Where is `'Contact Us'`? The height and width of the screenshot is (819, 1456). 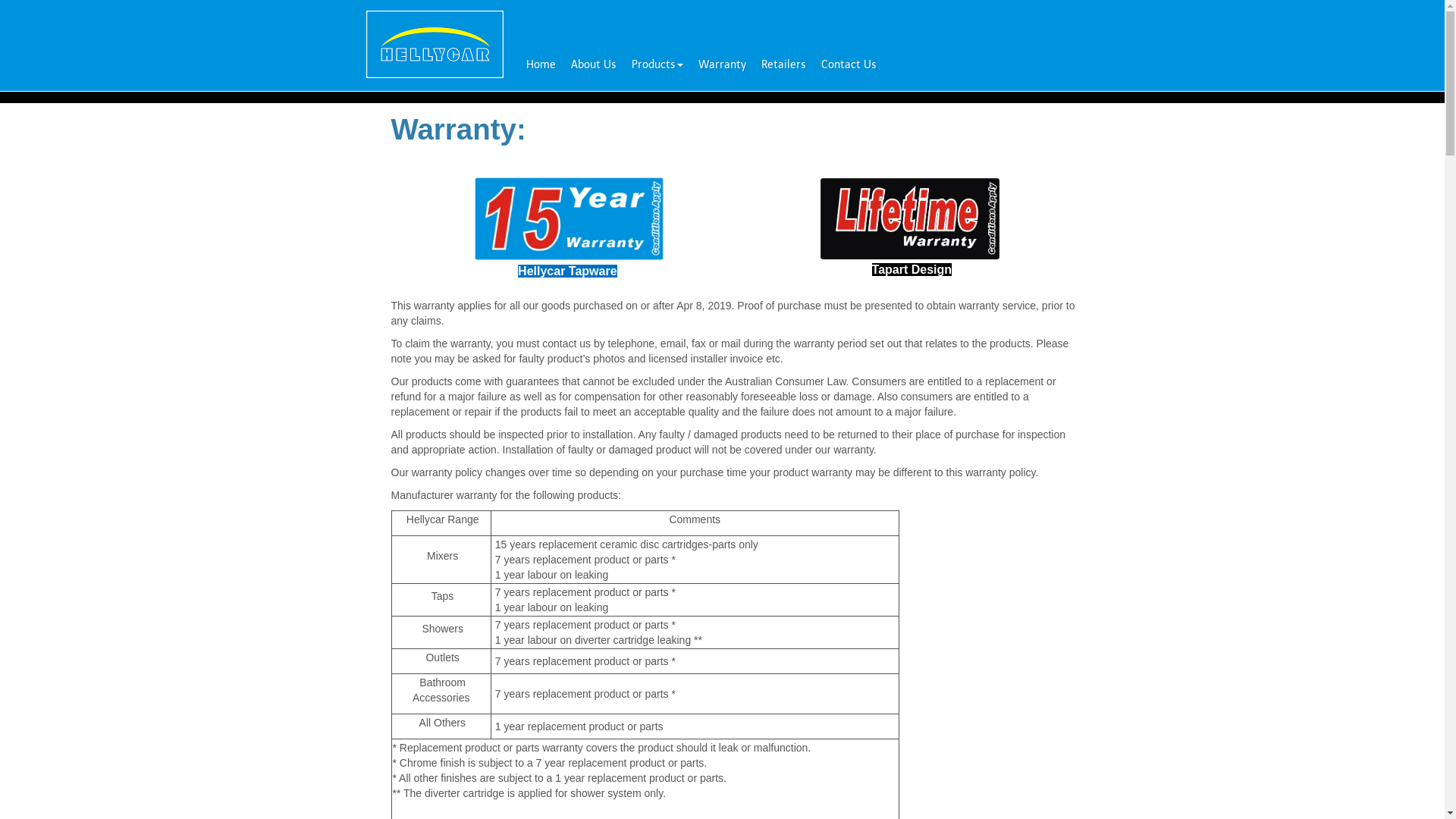
'Contact Us' is located at coordinates (811, 63).